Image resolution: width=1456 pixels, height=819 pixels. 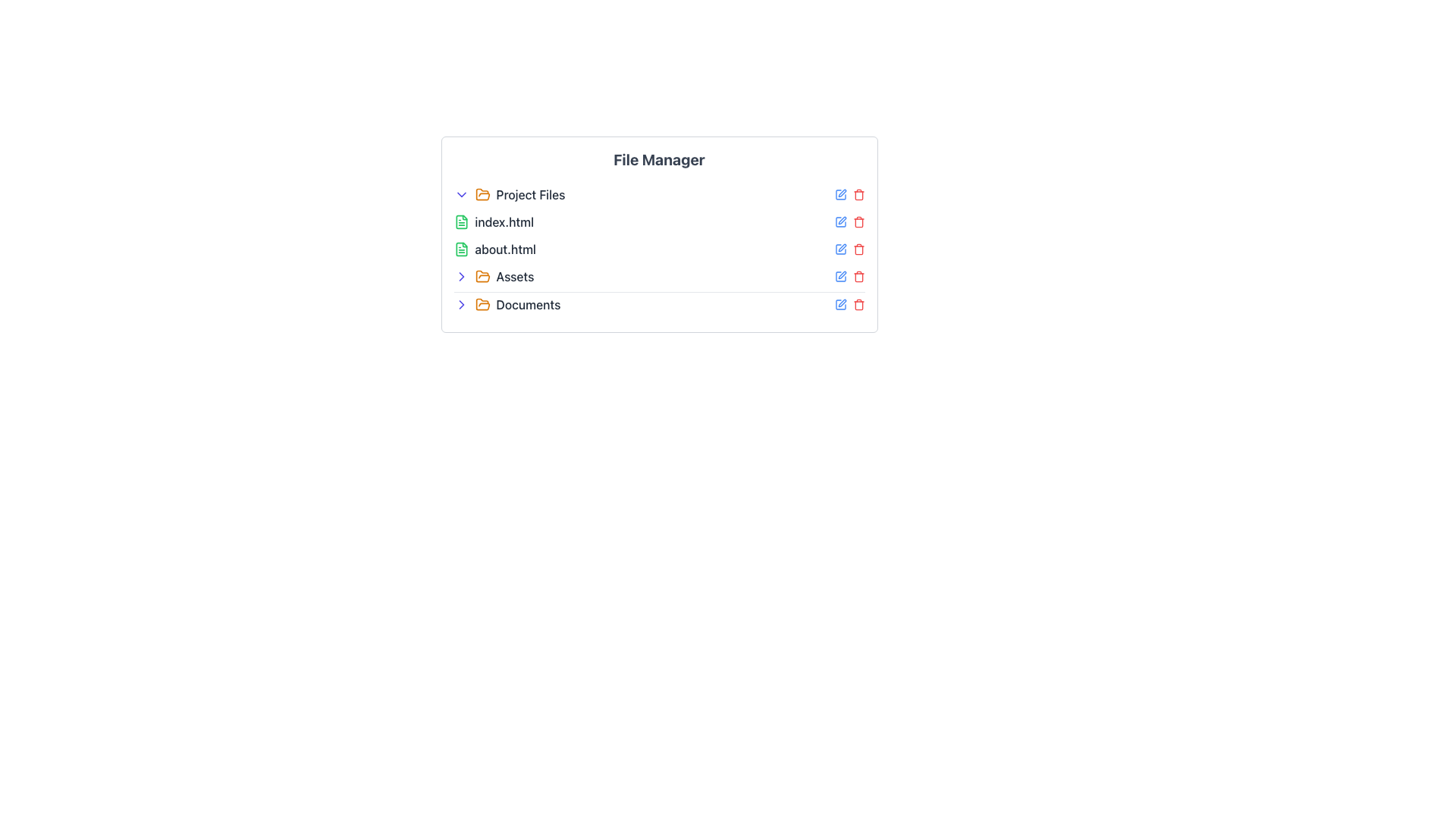 What do you see at coordinates (460, 277) in the screenshot?
I see `the rightward-pointing chevron icon located to the right of the 'Documents' folder in the file manager interface, which indicates expandable content` at bounding box center [460, 277].